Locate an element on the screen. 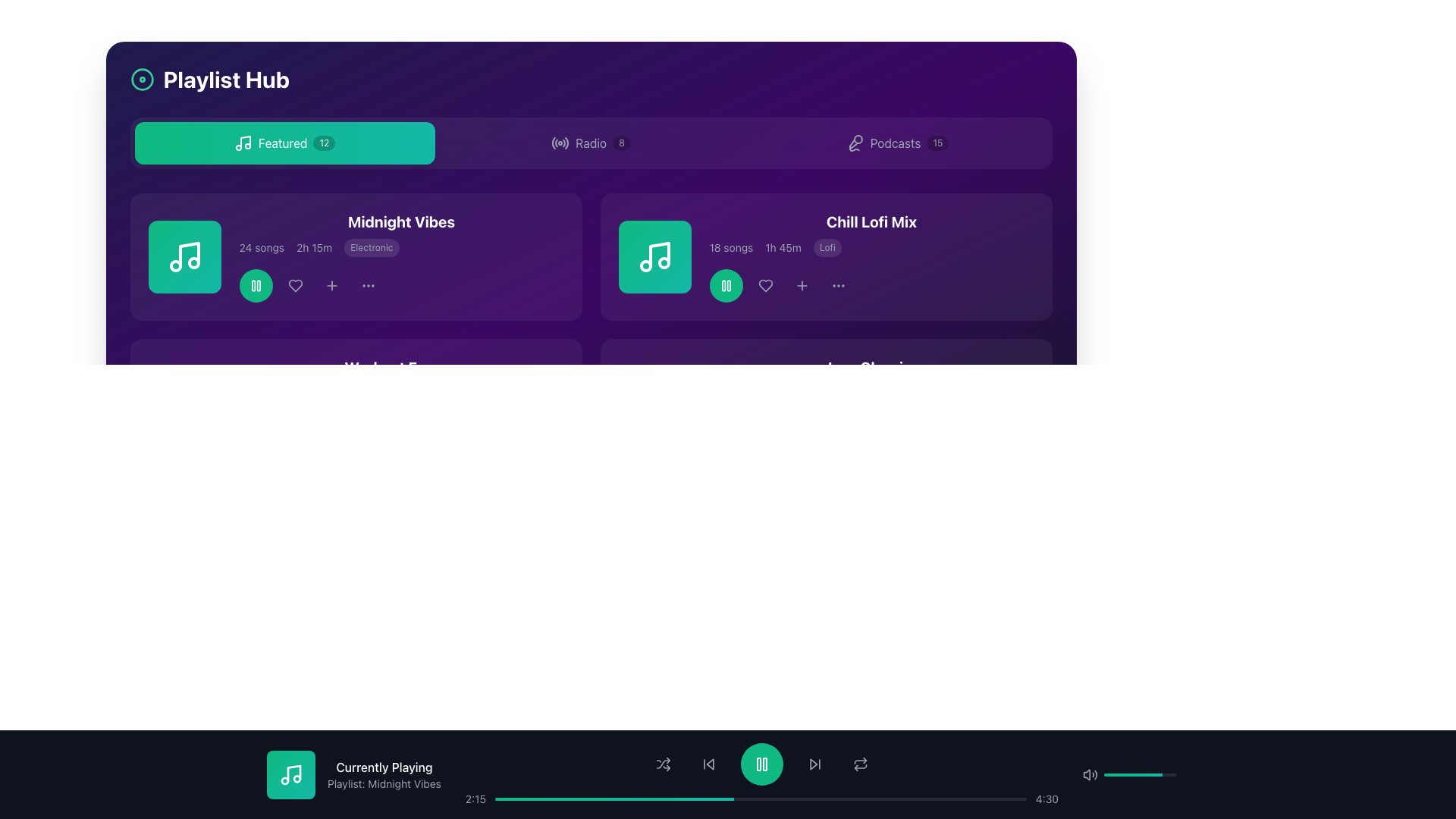 The height and width of the screenshot is (819, 1456). the playback status text label located in the footer toolbar, positioned to the right of the playlist icon is located at coordinates (384, 767).